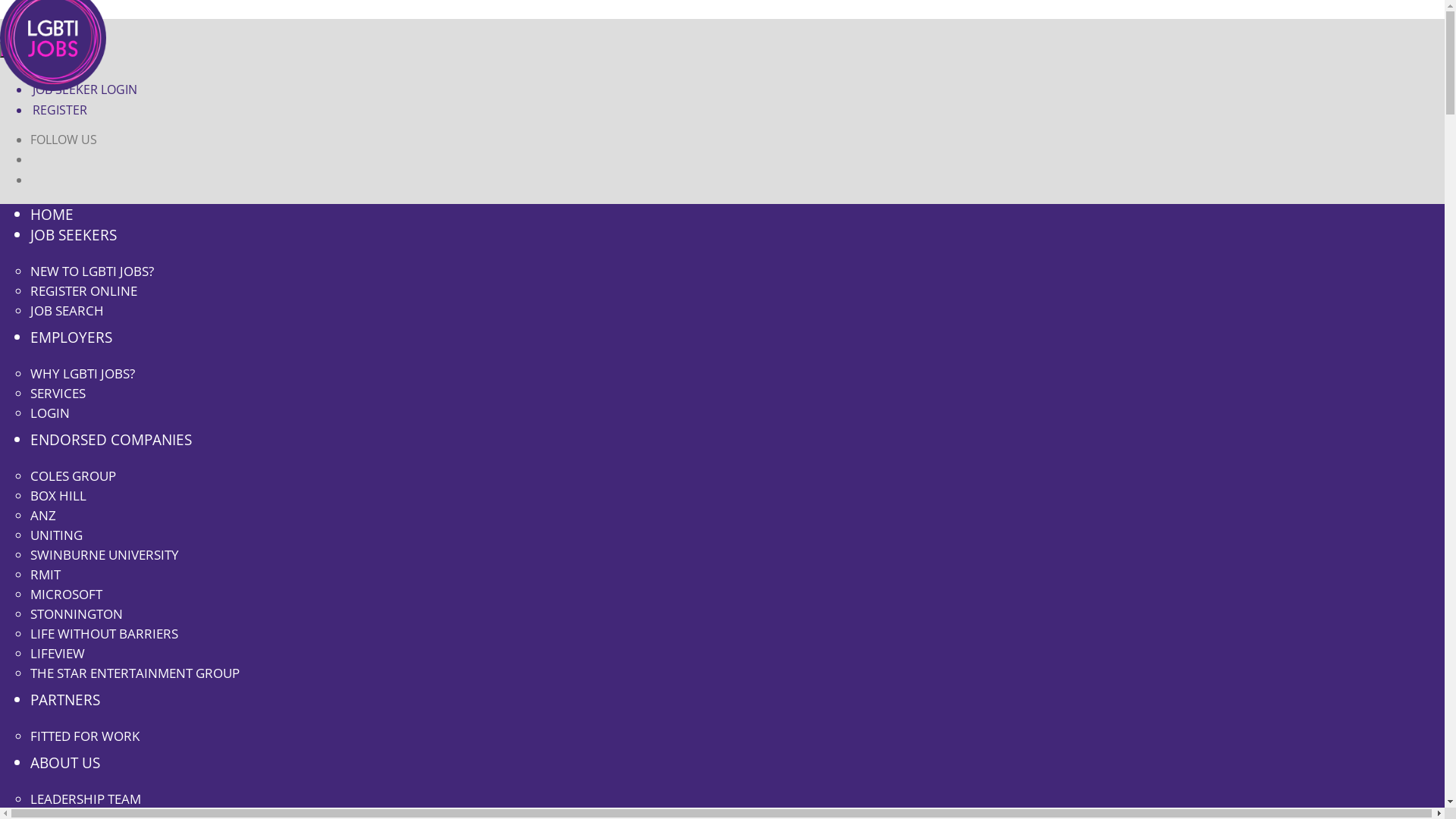 This screenshot has width=1456, height=819. What do you see at coordinates (72, 234) in the screenshot?
I see `'JOB SEEKERS'` at bounding box center [72, 234].